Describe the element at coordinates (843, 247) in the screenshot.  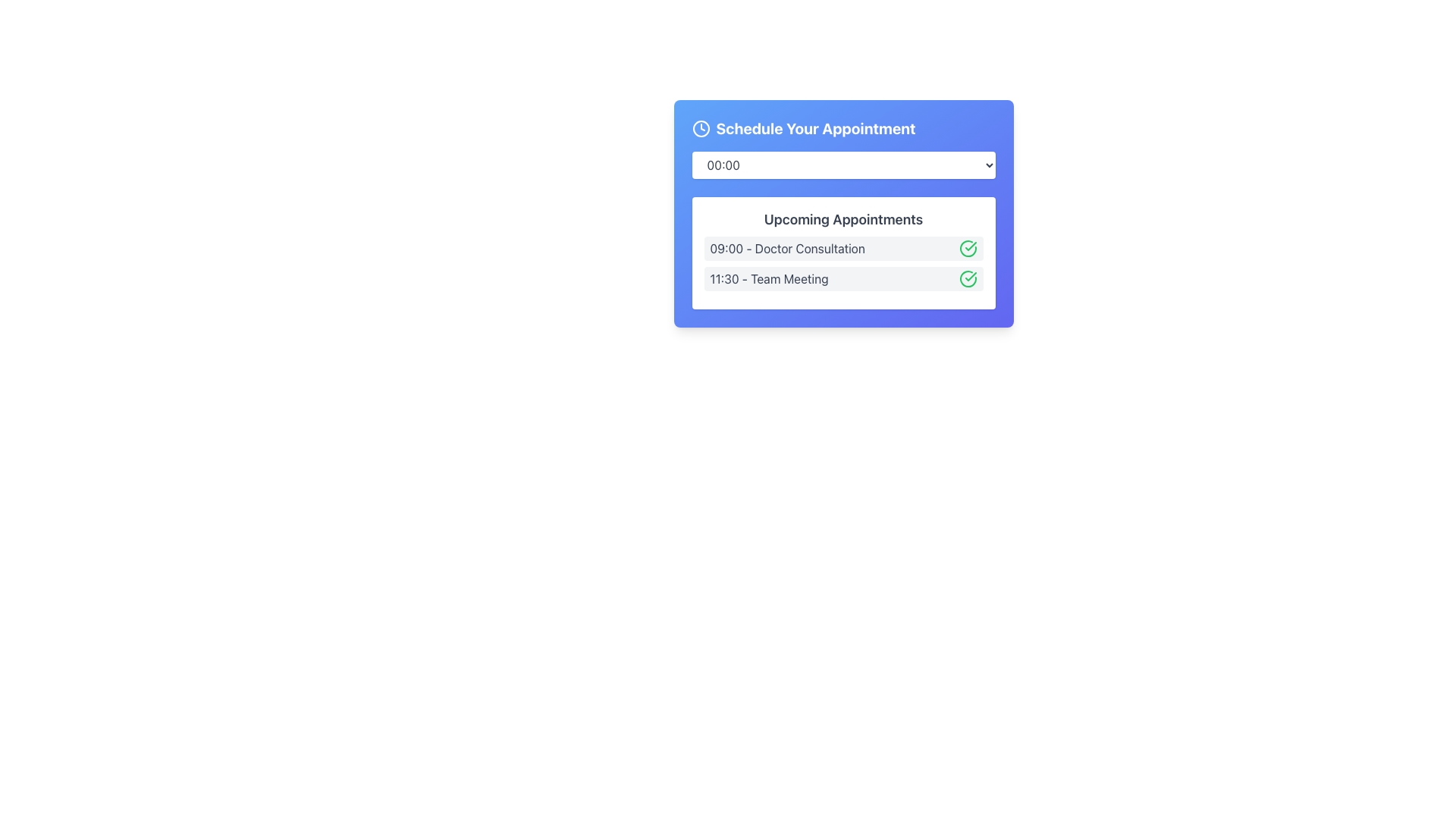
I see `the first item in the list of upcoming appointments displaying '09:00 - Doctor Consultation'` at that location.